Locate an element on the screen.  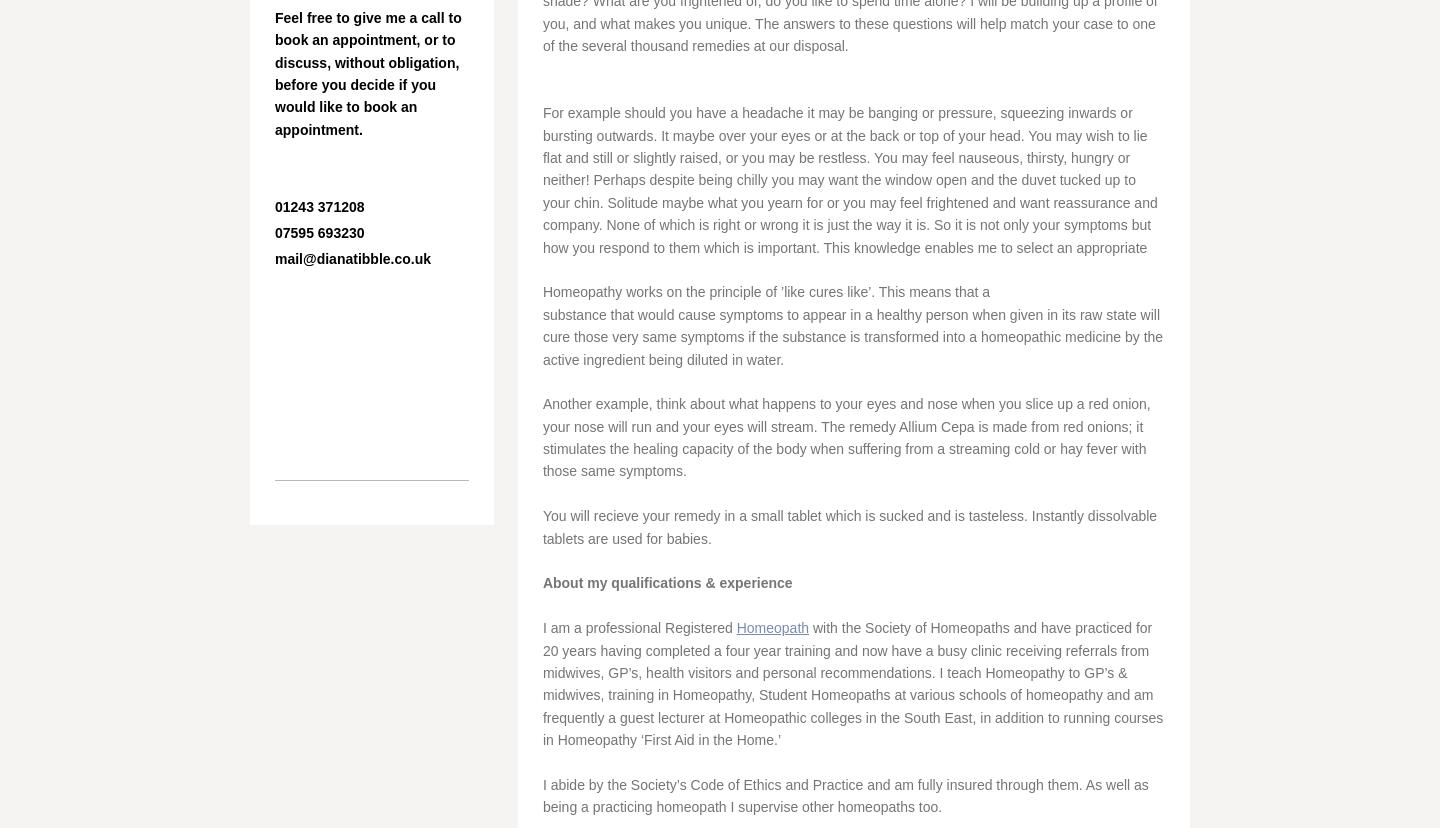
'Another example, think about what happens to your eyes and nose when you slice up a red onion, your nose will run and your eyes will stream. The remedy Allium Cepa is made from red onions; it
stimulates the healing capacity of the body when suffering from a streaming cold or hay fever with those same symptoms.' is located at coordinates (845, 437).